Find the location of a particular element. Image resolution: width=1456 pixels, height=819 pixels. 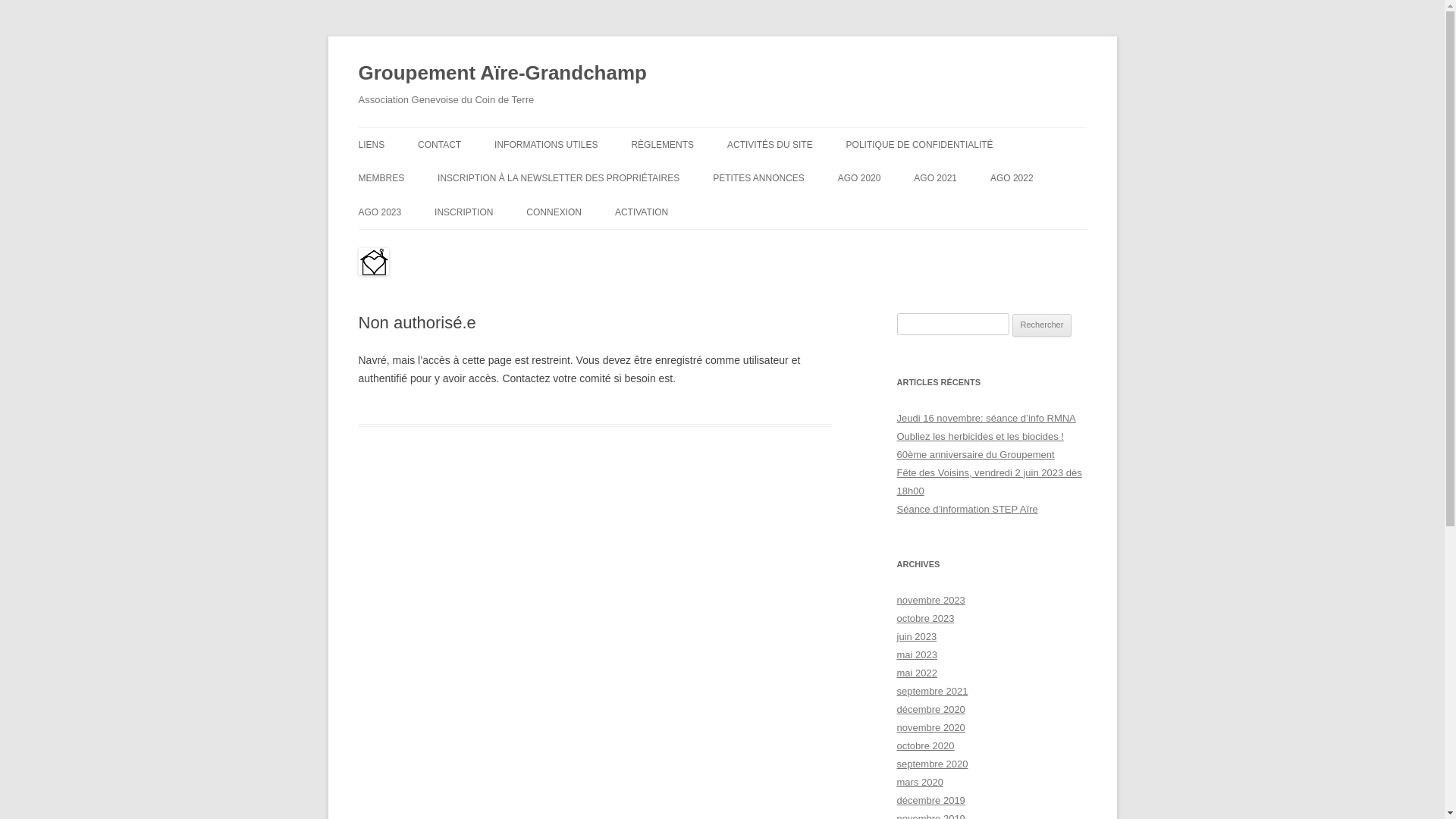

'CONTACT' is located at coordinates (438, 145).